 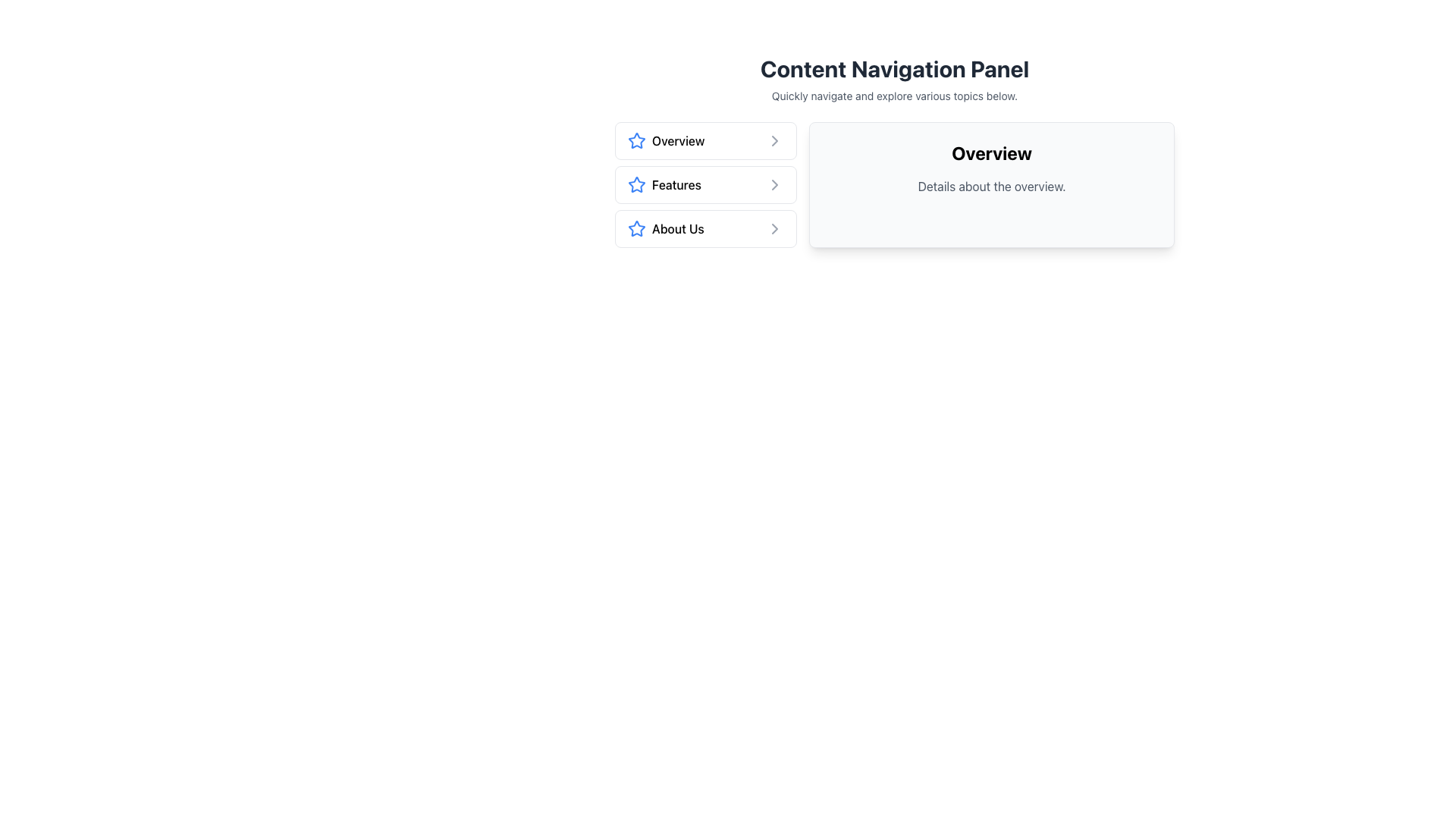 I want to click on the right-facing gray chevron icon located at the far right end of the 'Features' button, so click(x=775, y=184).